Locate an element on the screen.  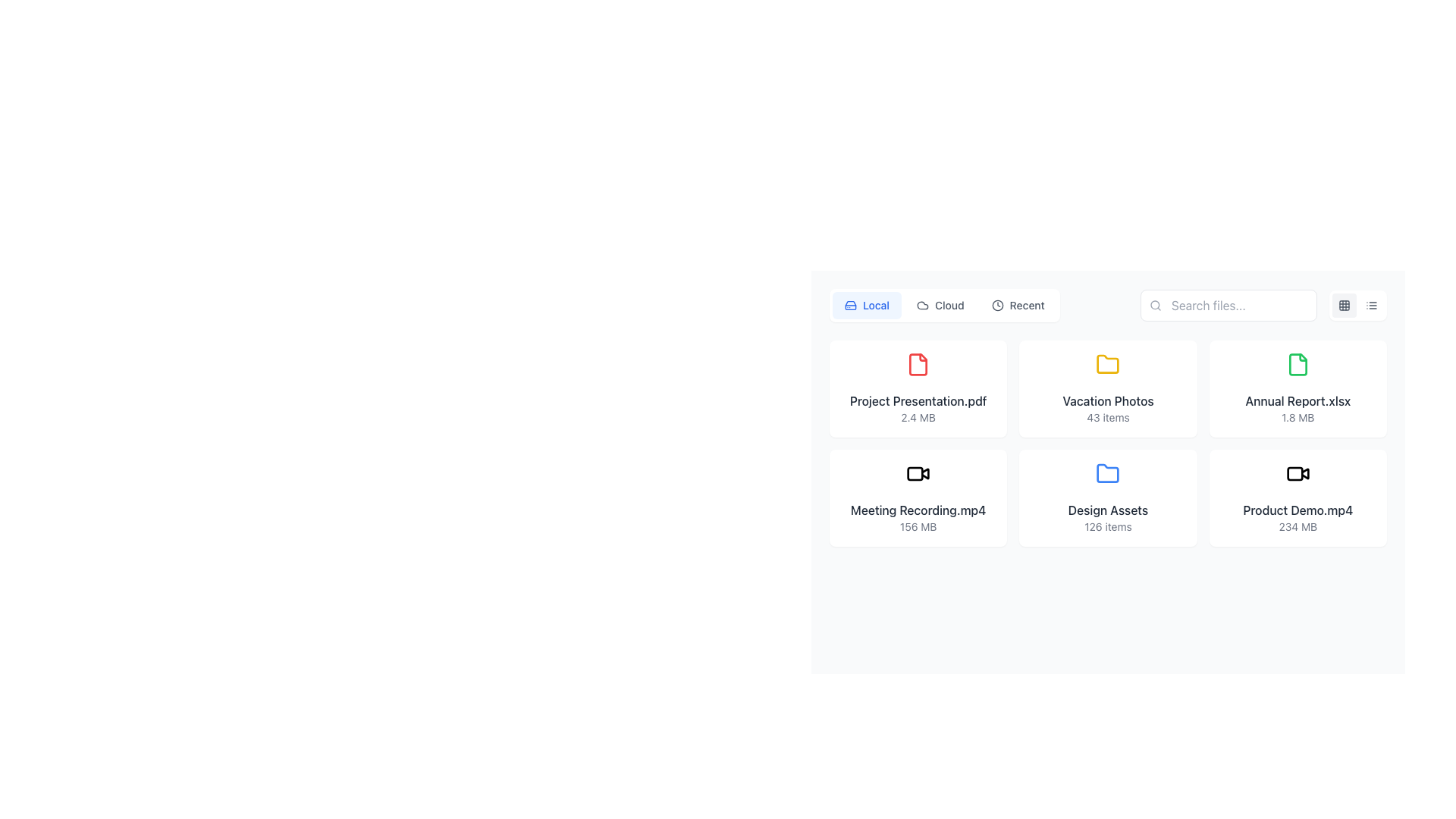
the text label indicating the file size of 'Project Presentation.pdf' located in the first card of the upper-left section of the grid layout is located at coordinates (918, 418).